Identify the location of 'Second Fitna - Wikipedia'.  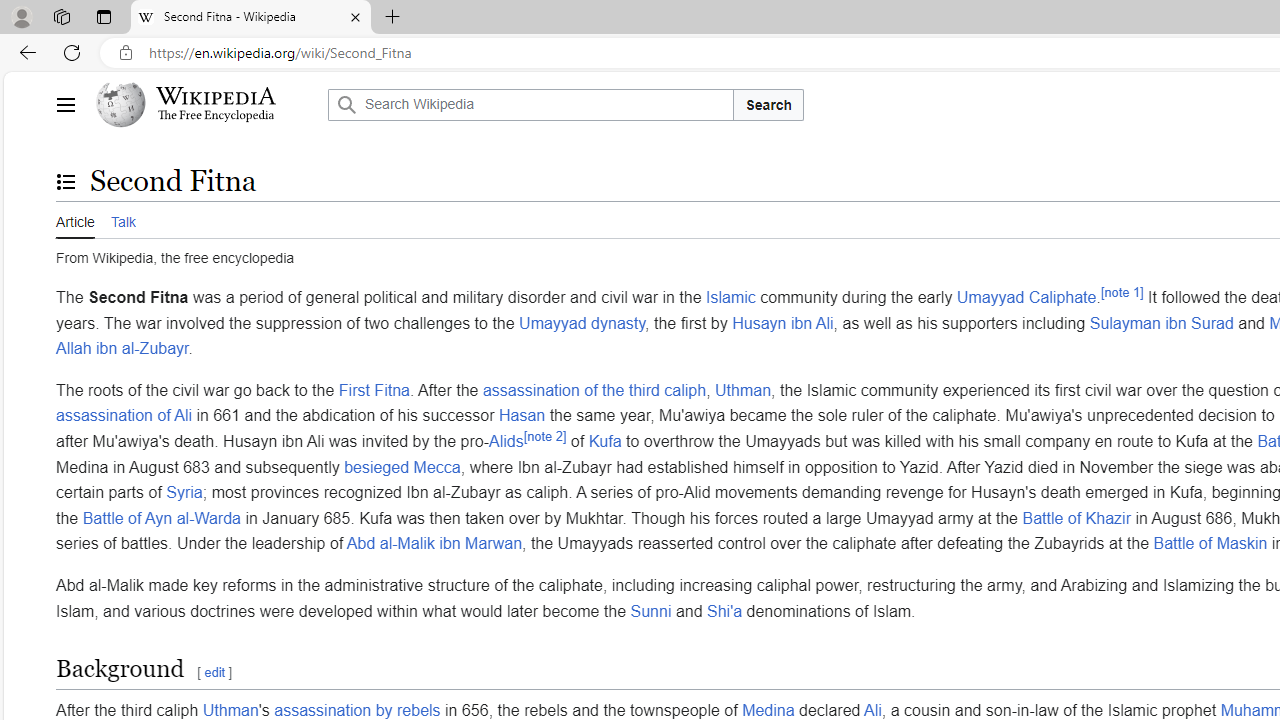
(249, 17).